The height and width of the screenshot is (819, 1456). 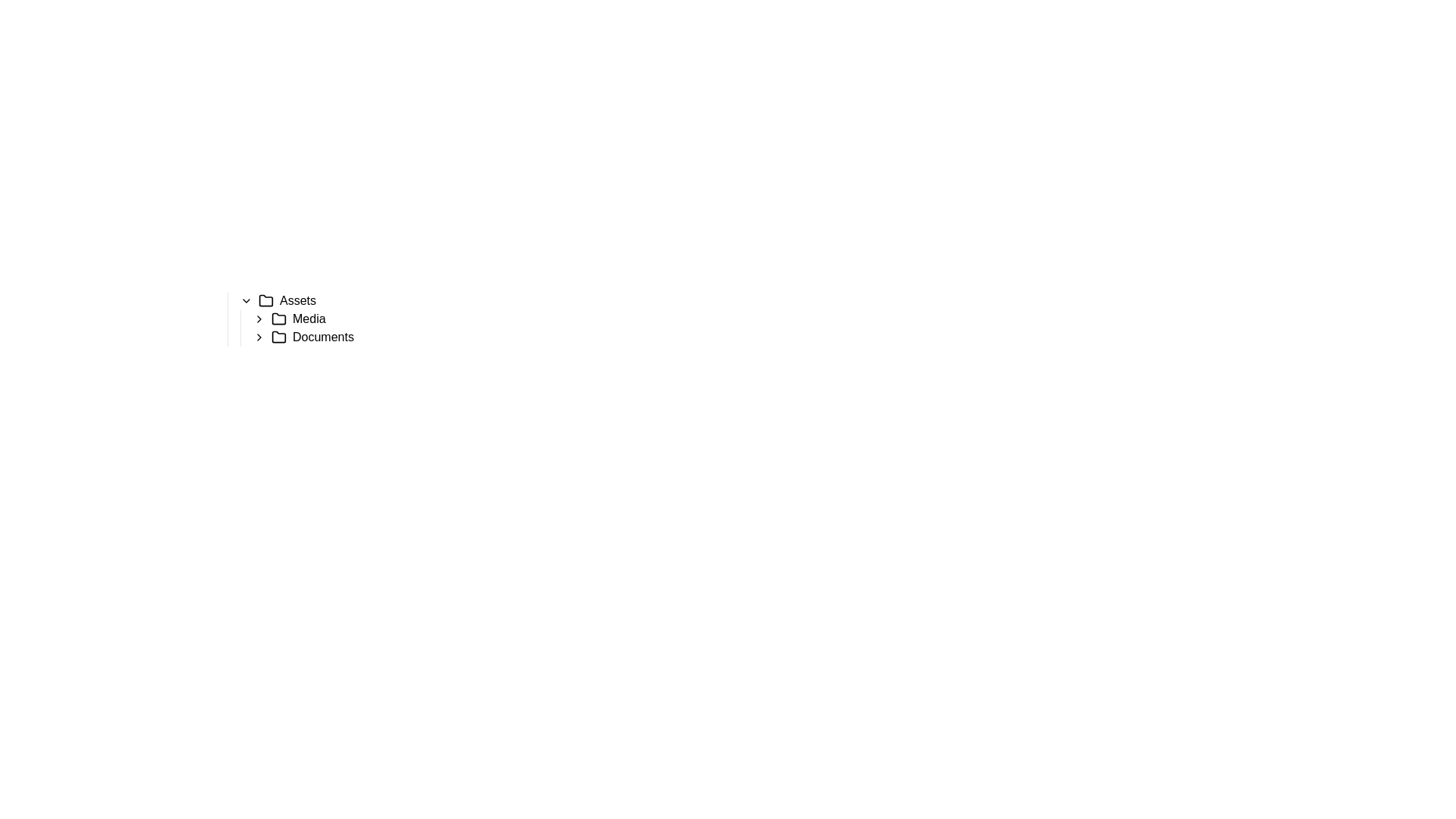 I want to click on the 'Documents' directory icon located under the 'Documents' label, so click(x=279, y=335).